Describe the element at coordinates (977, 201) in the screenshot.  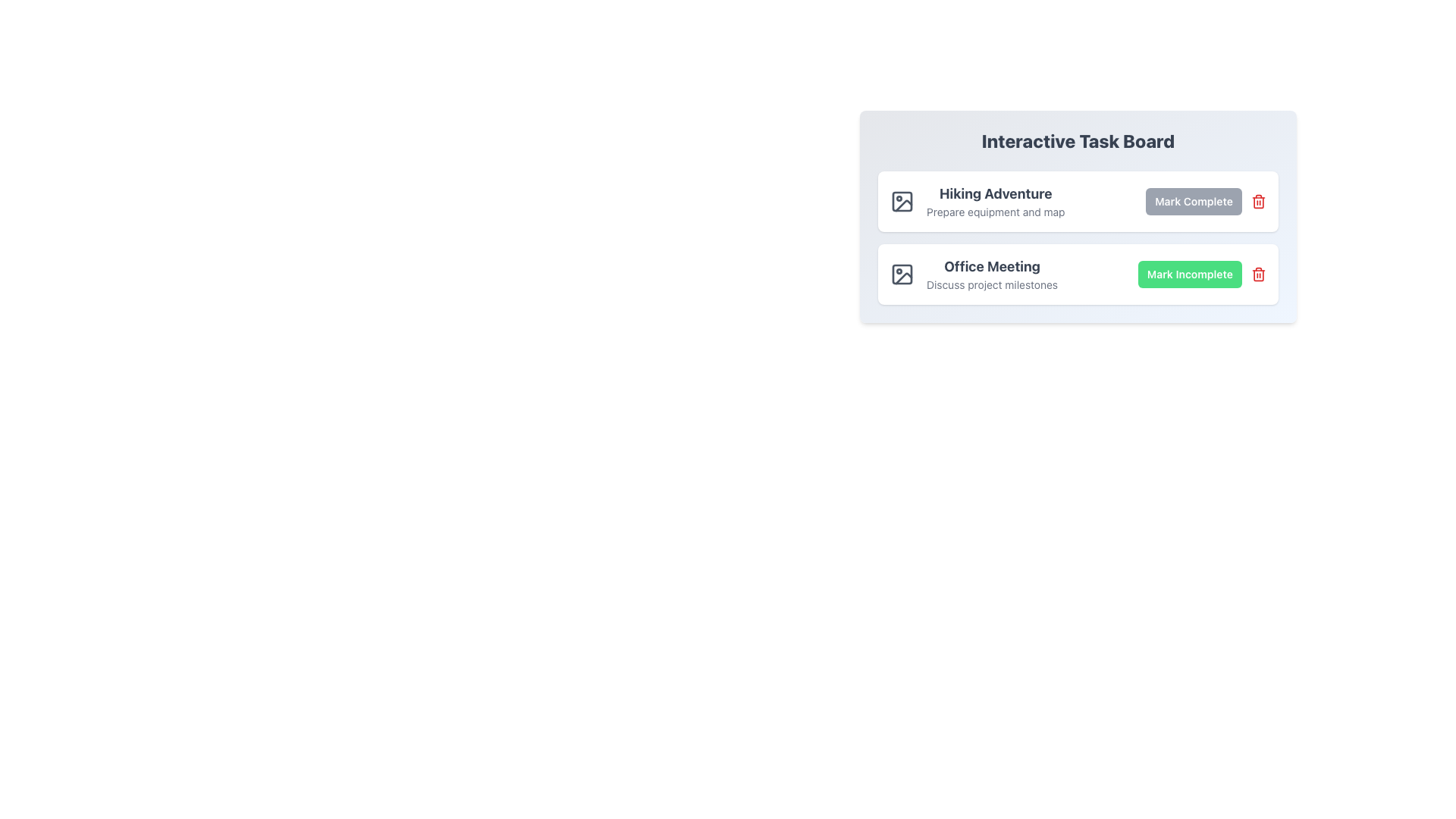
I see `task details displayed in the text and icon group located in the upper task card on the right-hand side of the interface, adjacent to the 'Mark Complete' button` at that location.